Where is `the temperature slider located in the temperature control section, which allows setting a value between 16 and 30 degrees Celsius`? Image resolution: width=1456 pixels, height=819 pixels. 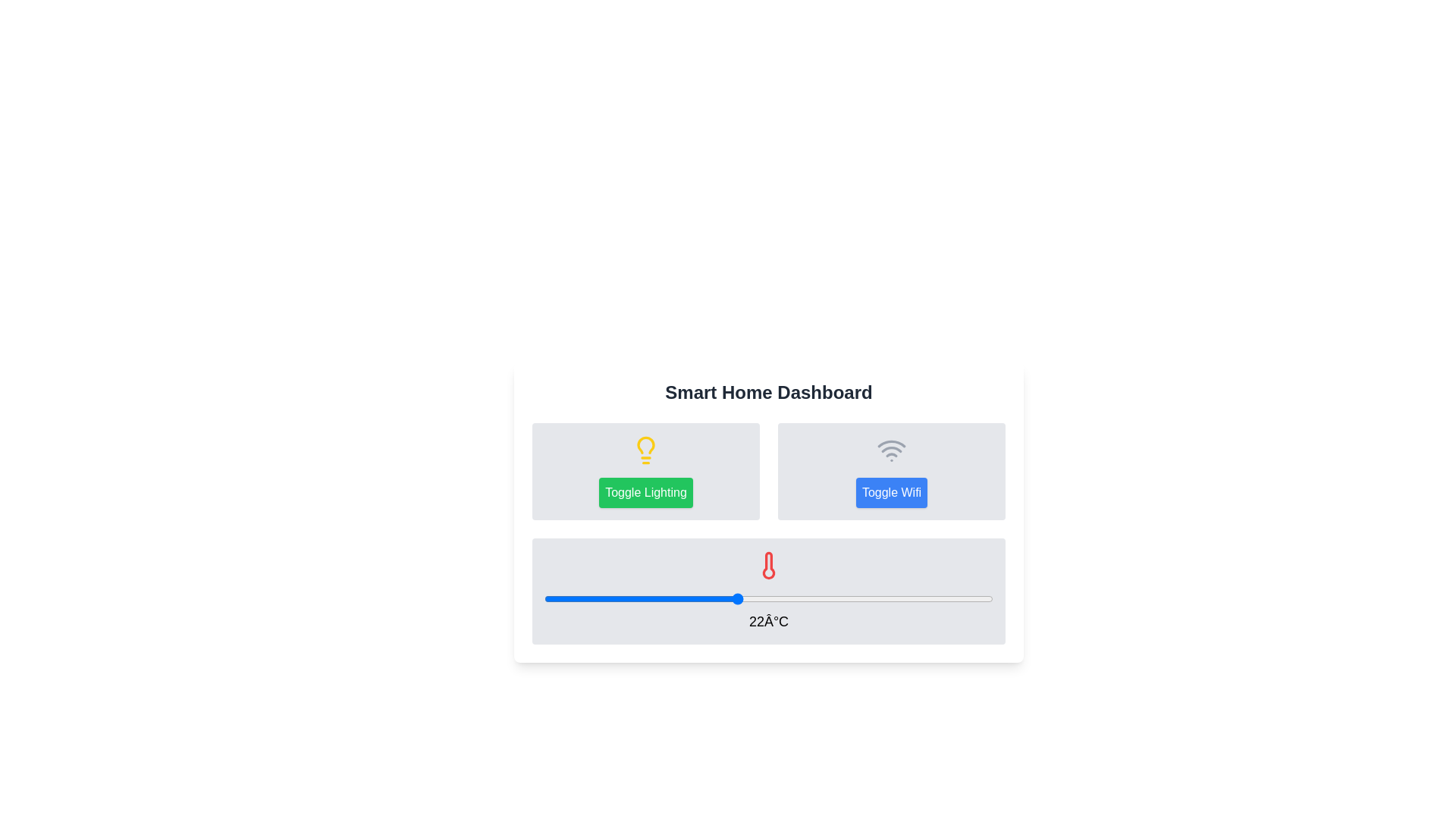
the temperature slider located in the temperature control section, which allows setting a value between 16 and 30 degrees Celsius is located at coordinates (768, 598).